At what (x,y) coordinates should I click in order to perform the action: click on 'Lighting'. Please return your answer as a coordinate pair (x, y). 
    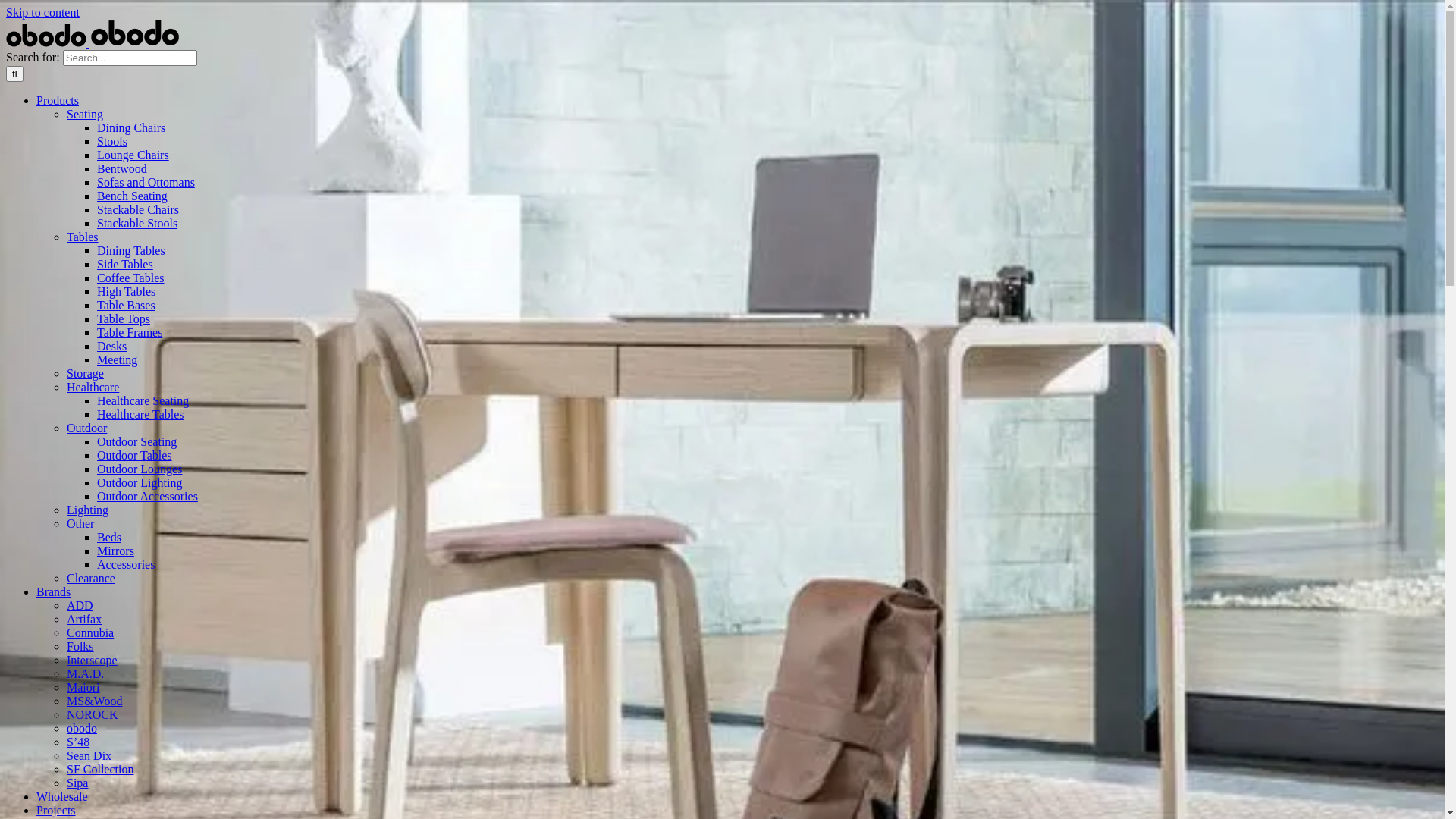
    Looking at the image, I should click on (86, 510).